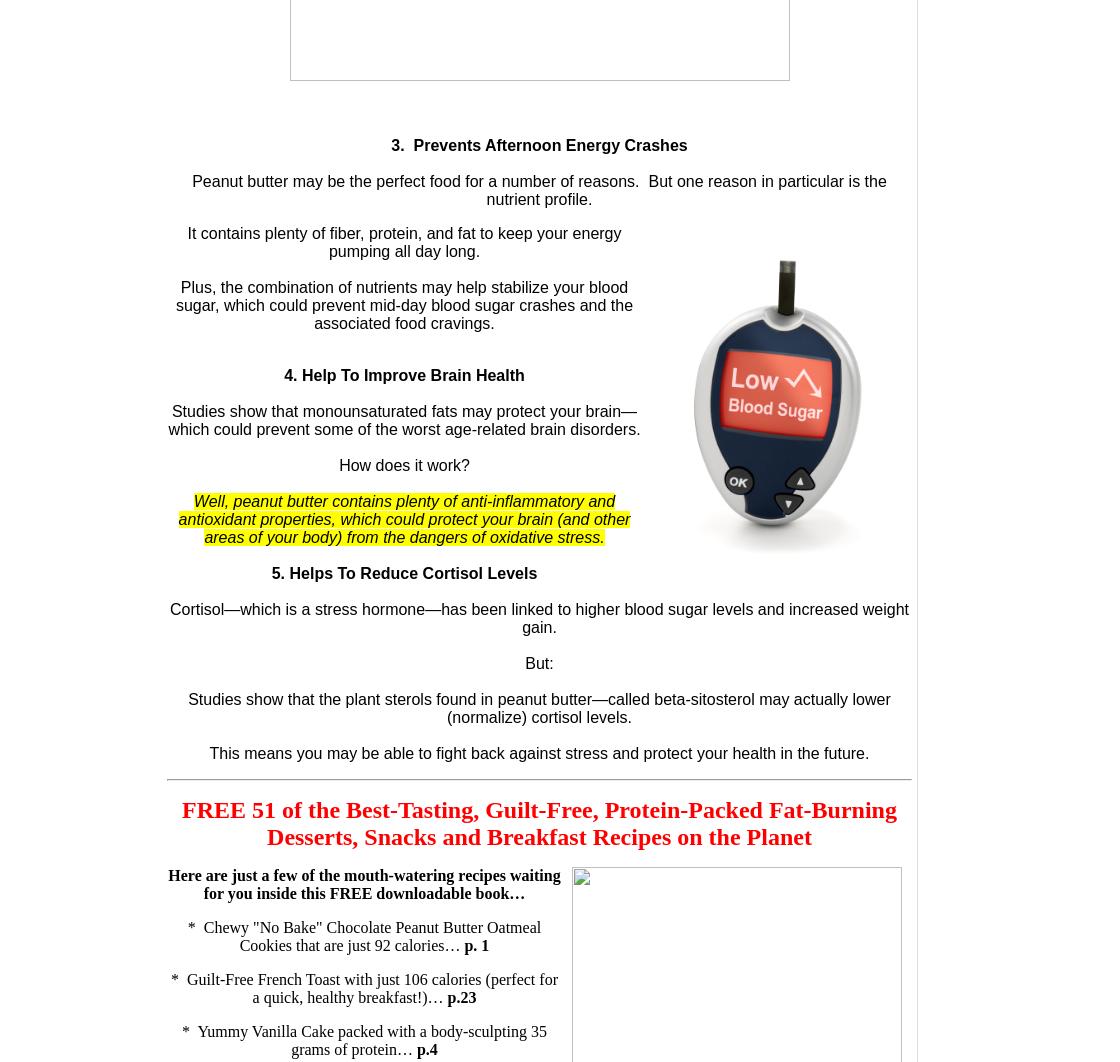  I want to click on 'Cortisol—which is a stress hormone—has been linked to higher blood sugar levels and increased weight gain.', so click(539, 618).